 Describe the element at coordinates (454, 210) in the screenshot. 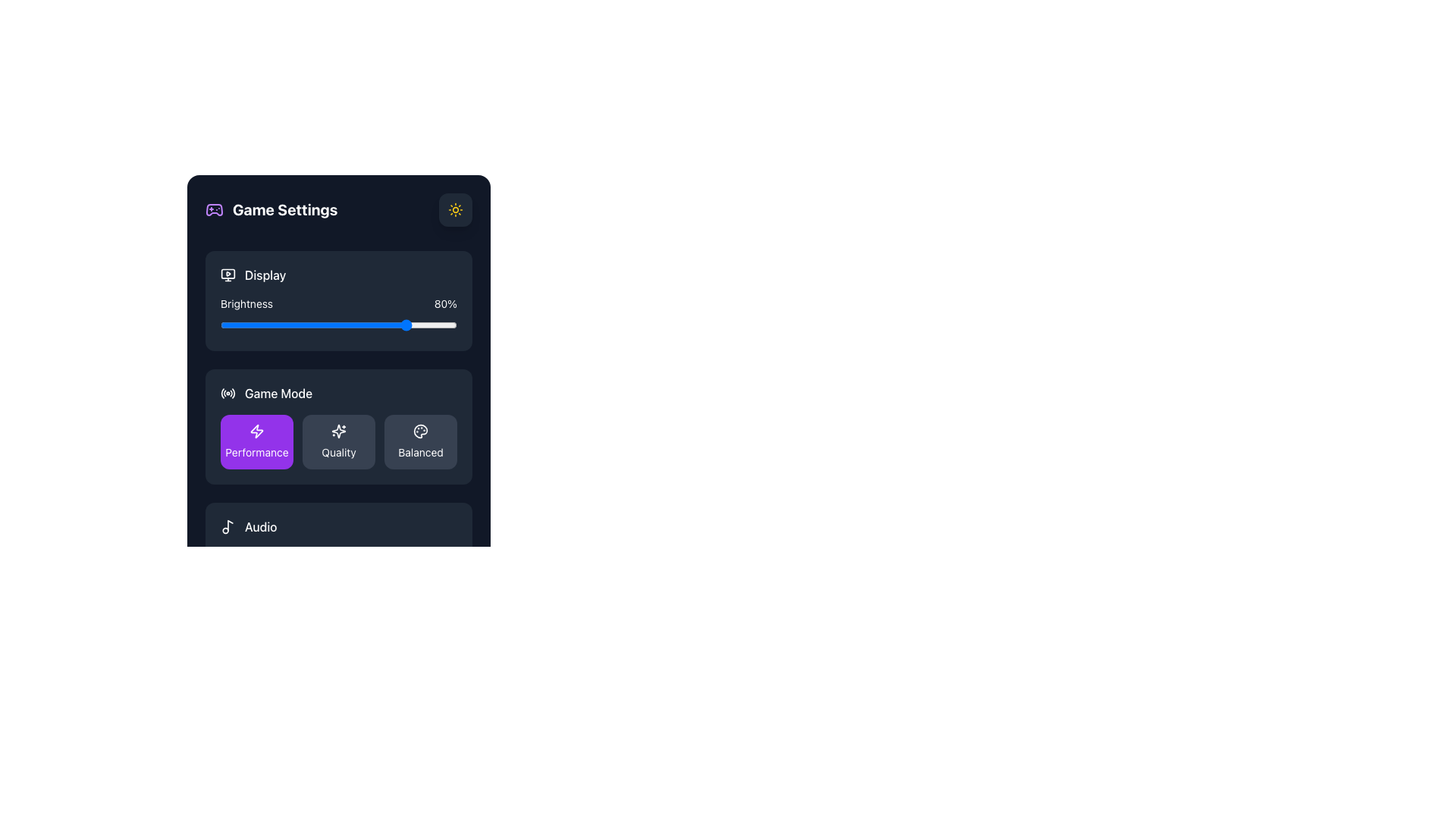

I see `the sun-like icon in the top-right corner of the panel` at that location.